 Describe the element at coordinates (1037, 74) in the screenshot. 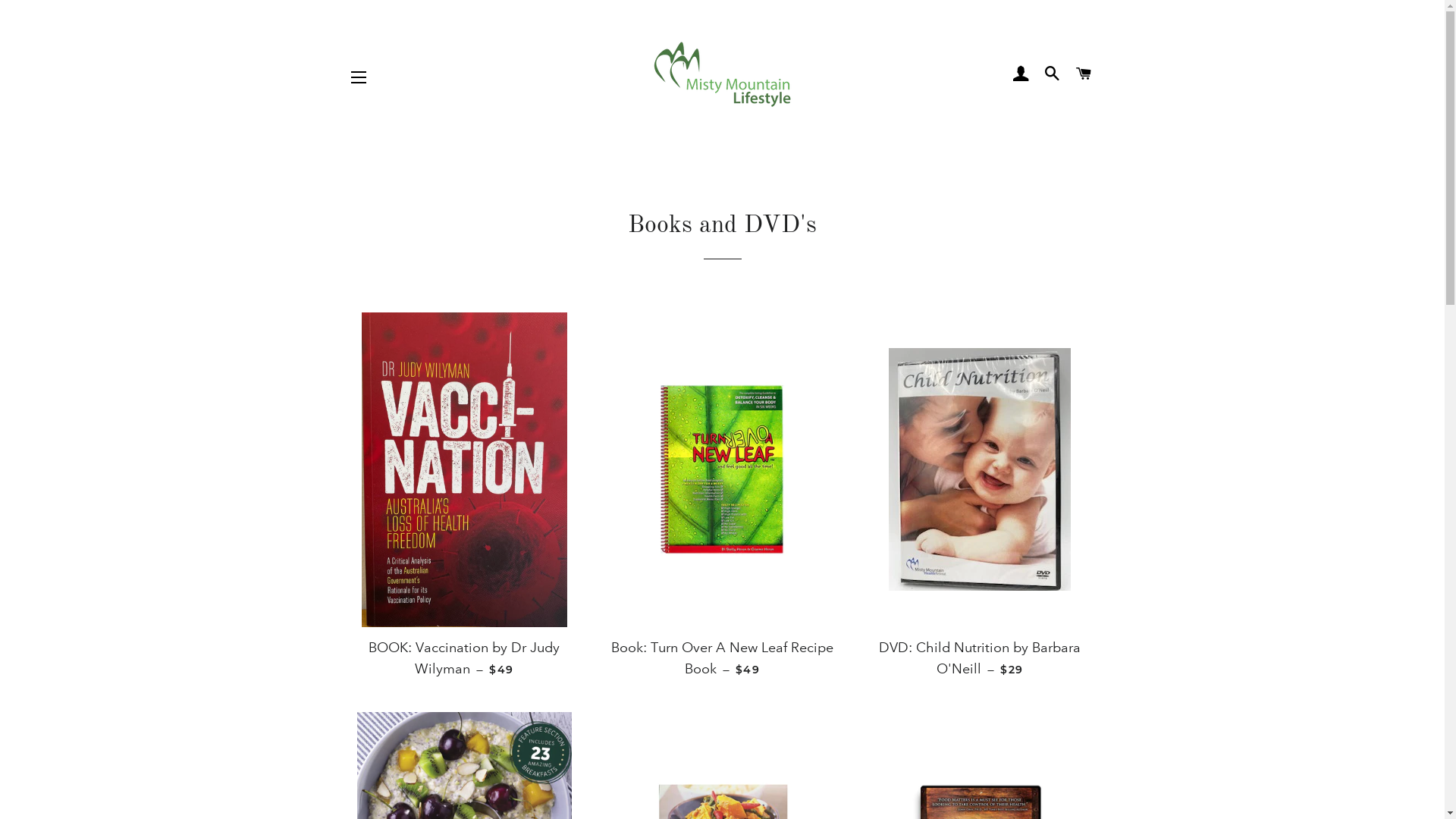

I see `'SEARCH'` at that location.